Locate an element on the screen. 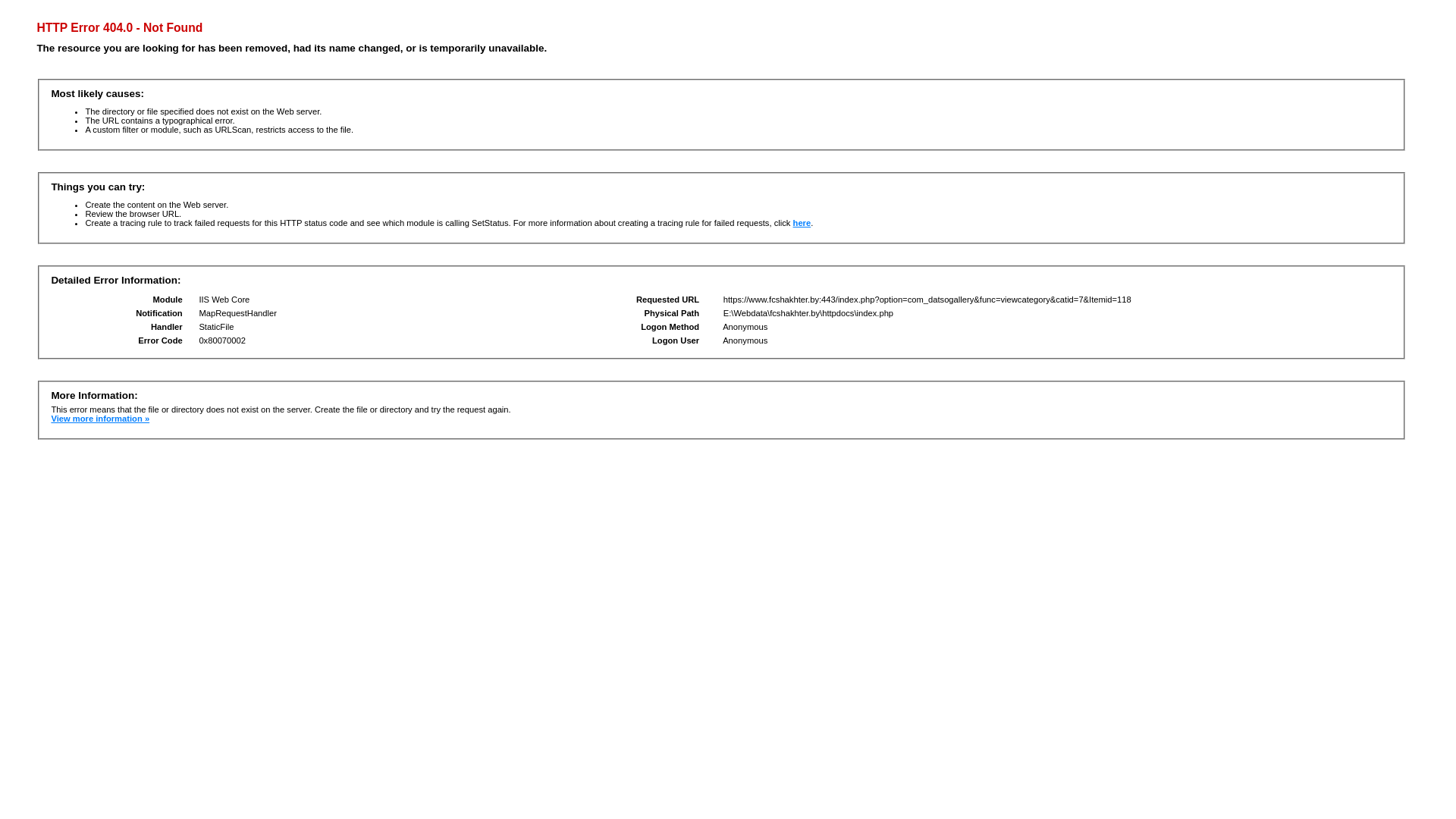 This screenshot has height=819, width=1456. 'here' is located at coordinates (801, 222).